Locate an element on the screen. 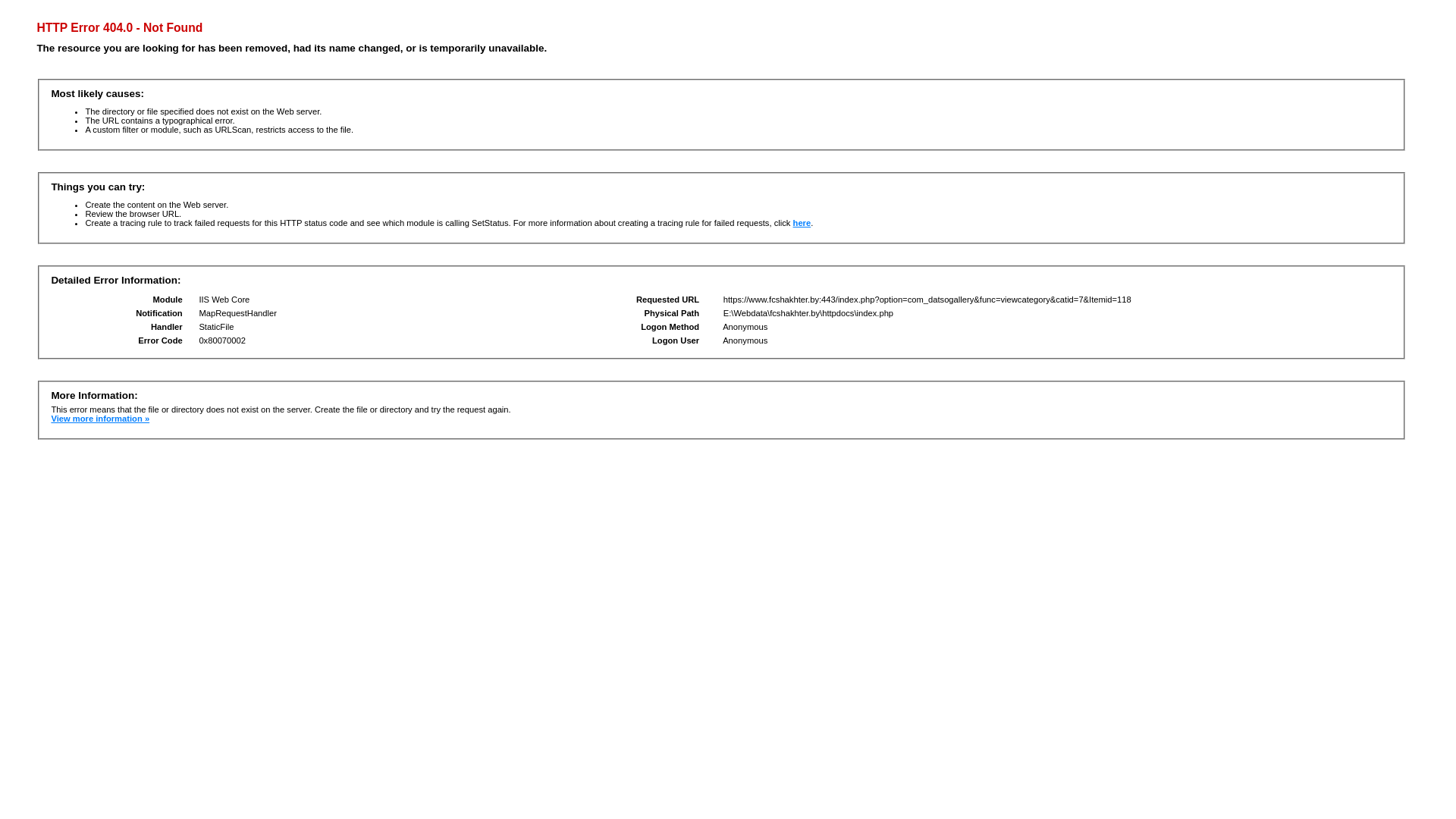 This screenshot has height=819, width=1456. 'here' is located at coordinates (801, 222).